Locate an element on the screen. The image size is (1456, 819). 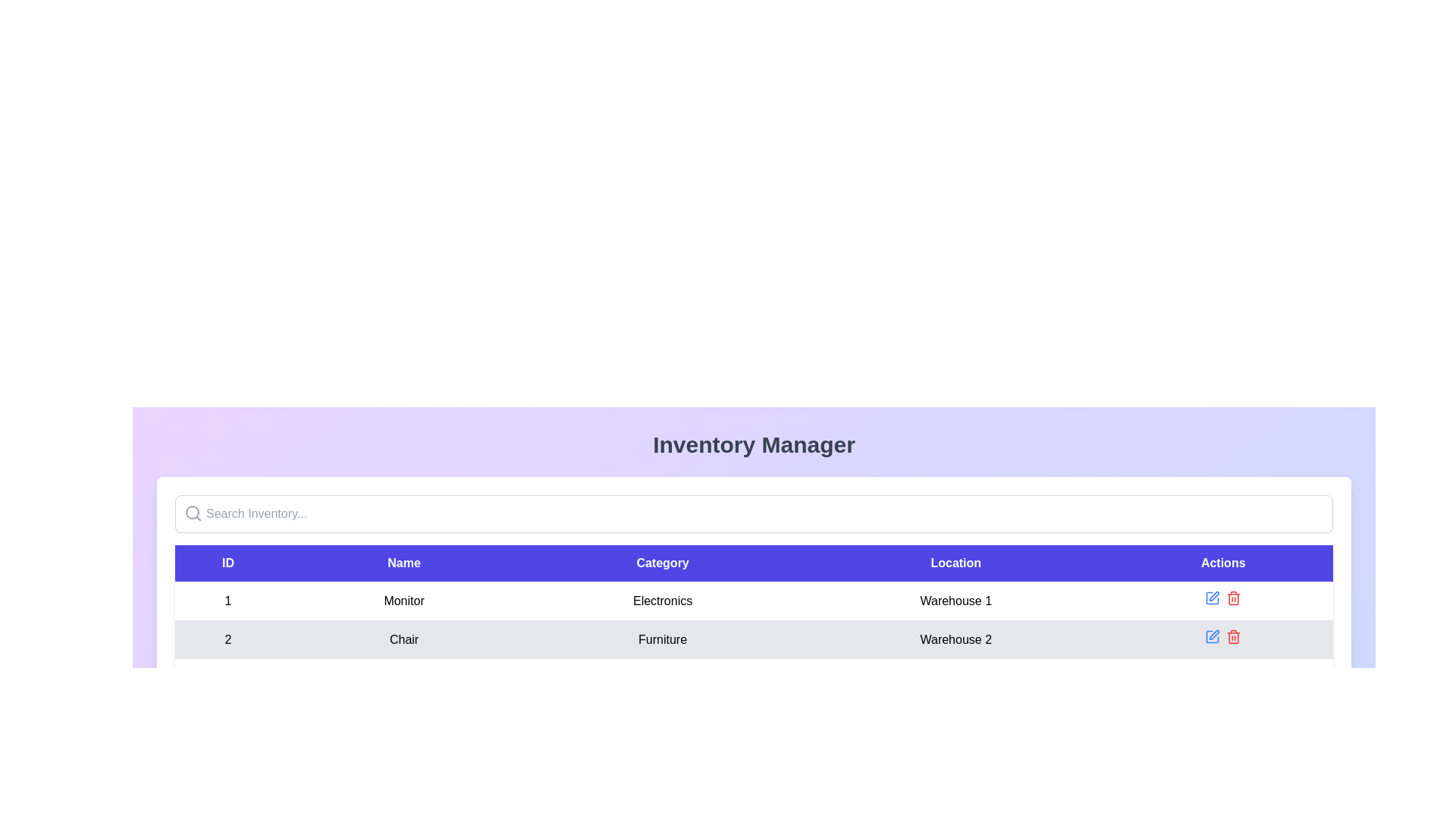
the SVG circle that represents the lens of the magnifying glass in the search icon, which has a gray outer stroke and white inner area, located to the left of the input box at the top of the interface is located at coordinates (192, 512).